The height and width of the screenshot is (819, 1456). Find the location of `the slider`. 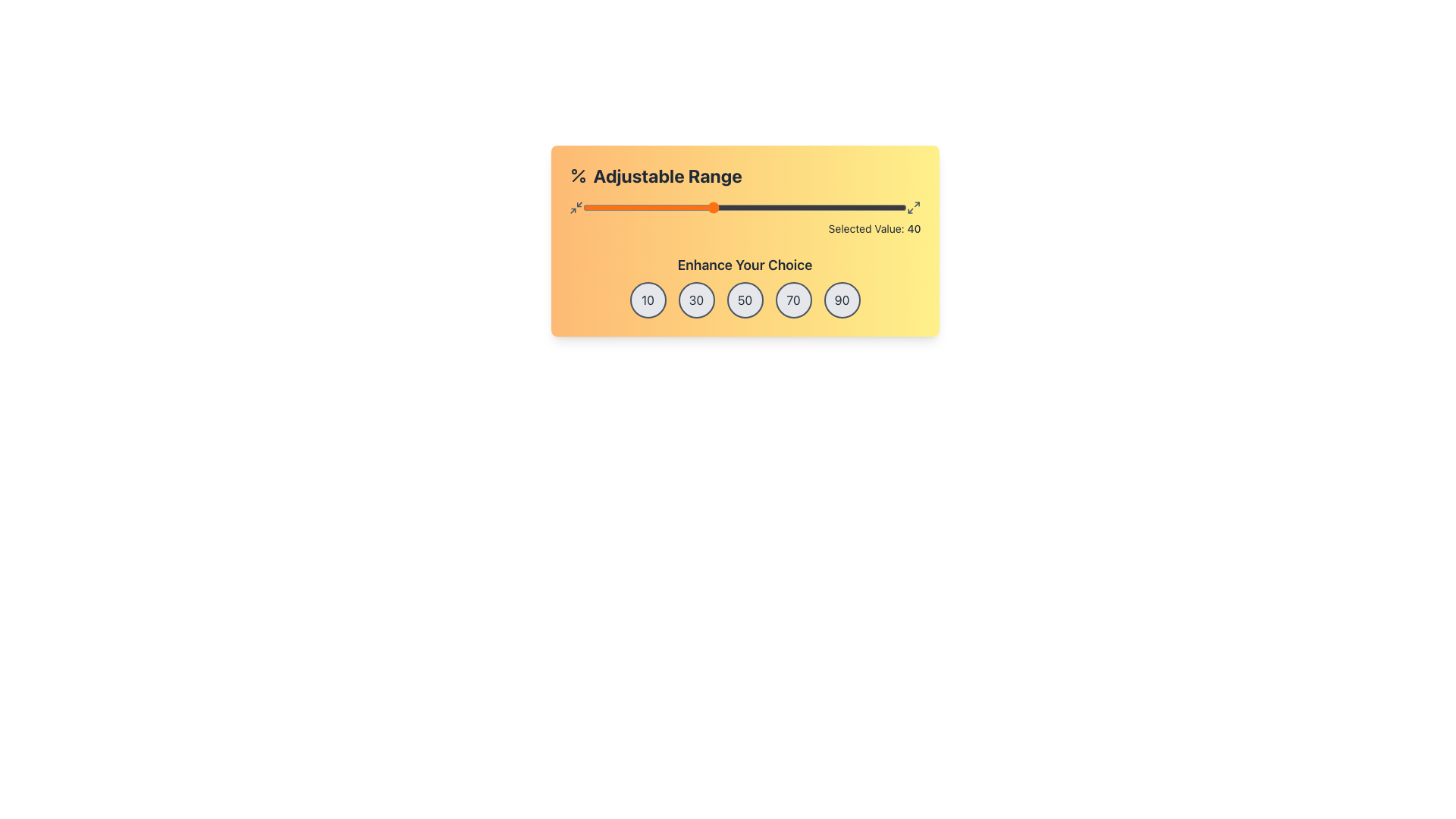

the slider is located at coordinates (711, 207).